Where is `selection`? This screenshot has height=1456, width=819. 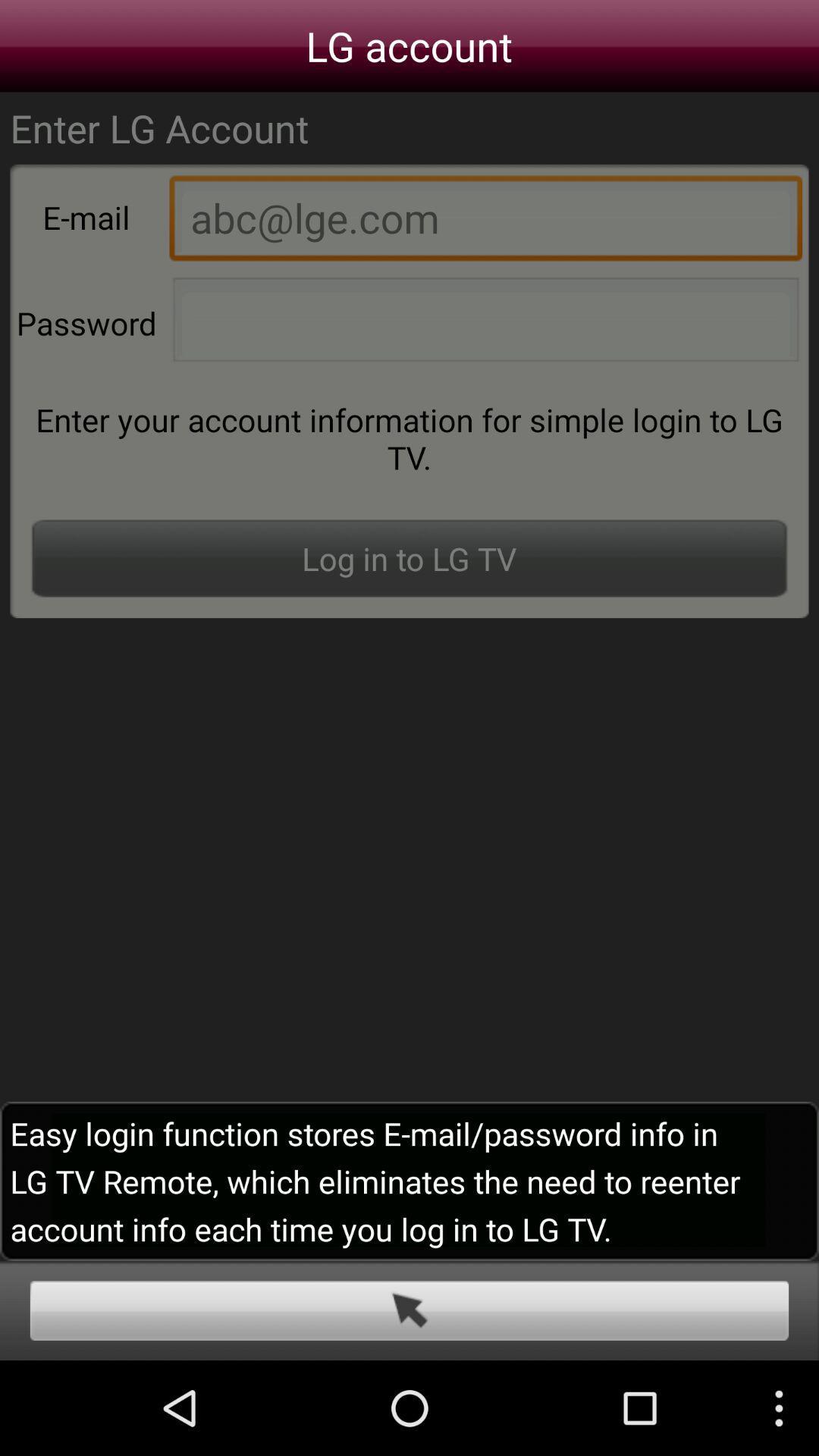
selection is located at coordinates (409, 1310).